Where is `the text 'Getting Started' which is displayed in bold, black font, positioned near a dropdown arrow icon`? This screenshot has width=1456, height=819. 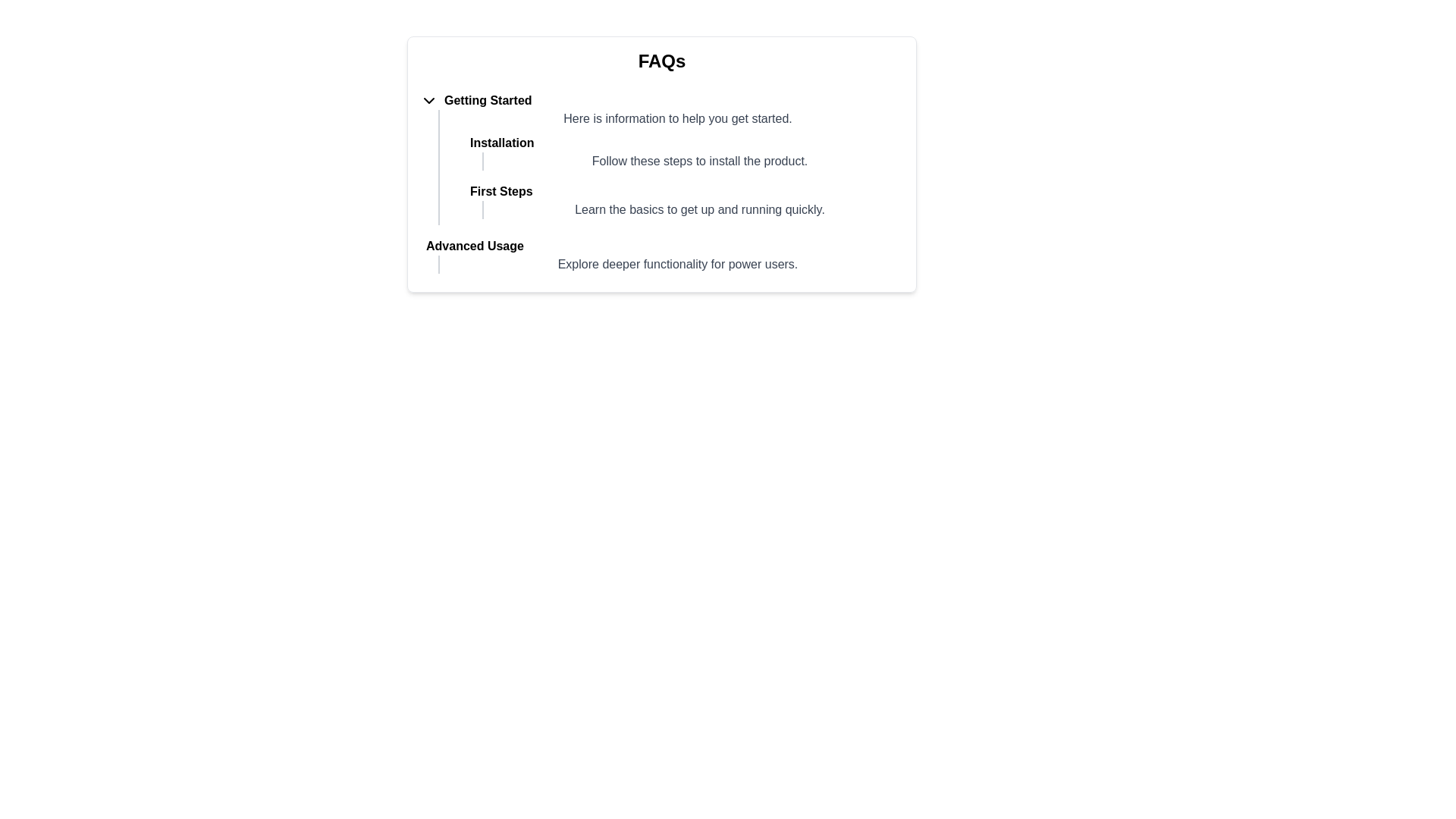
the text 'Getting Started' which is displayed in bold, black font, positioned near a dropdown arrow icon is located at coordinates (488, 100).